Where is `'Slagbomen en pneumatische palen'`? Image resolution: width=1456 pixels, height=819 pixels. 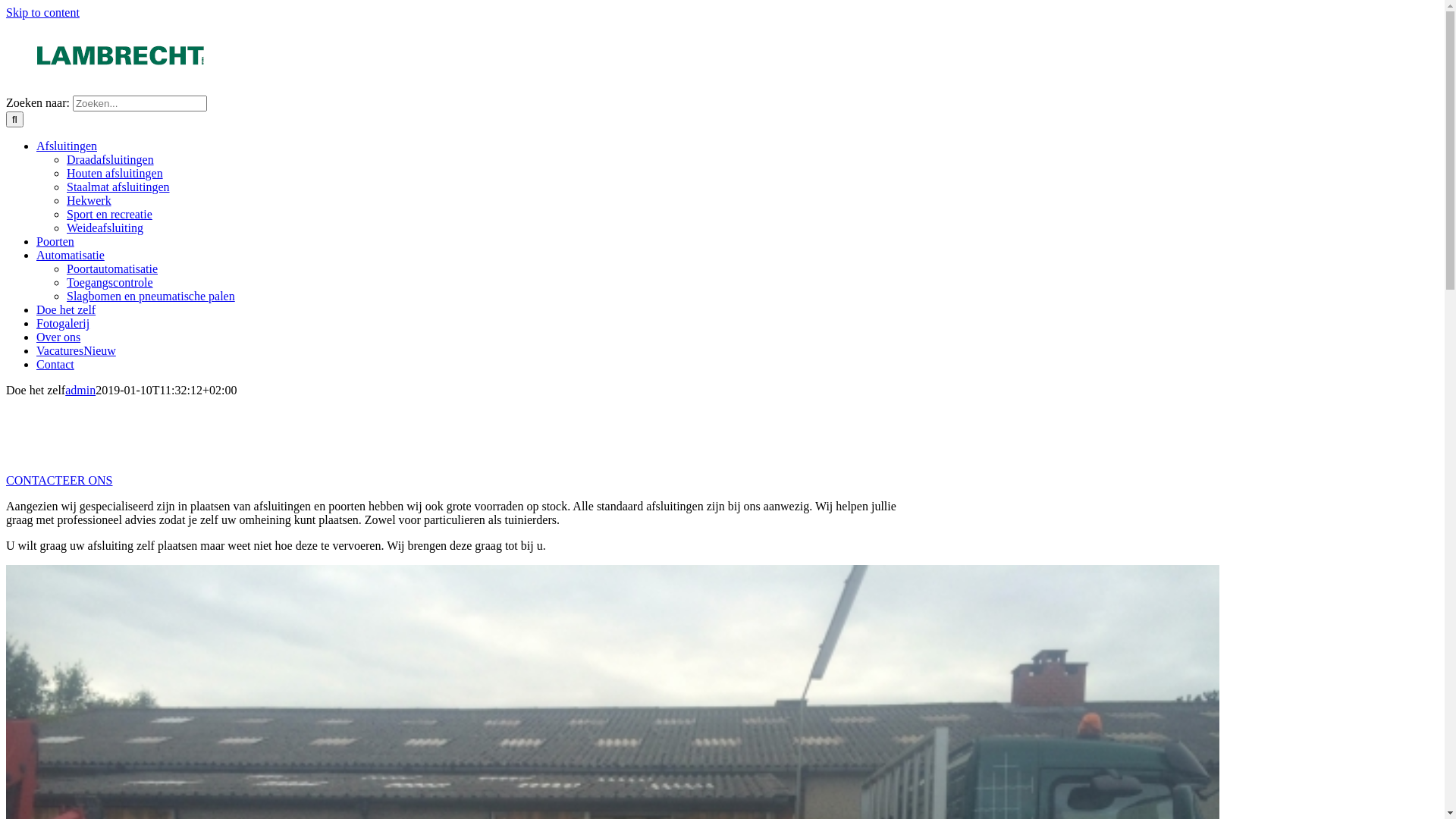
'Slagbomen en pneumatische palen' is located at coordinates (150, 296).